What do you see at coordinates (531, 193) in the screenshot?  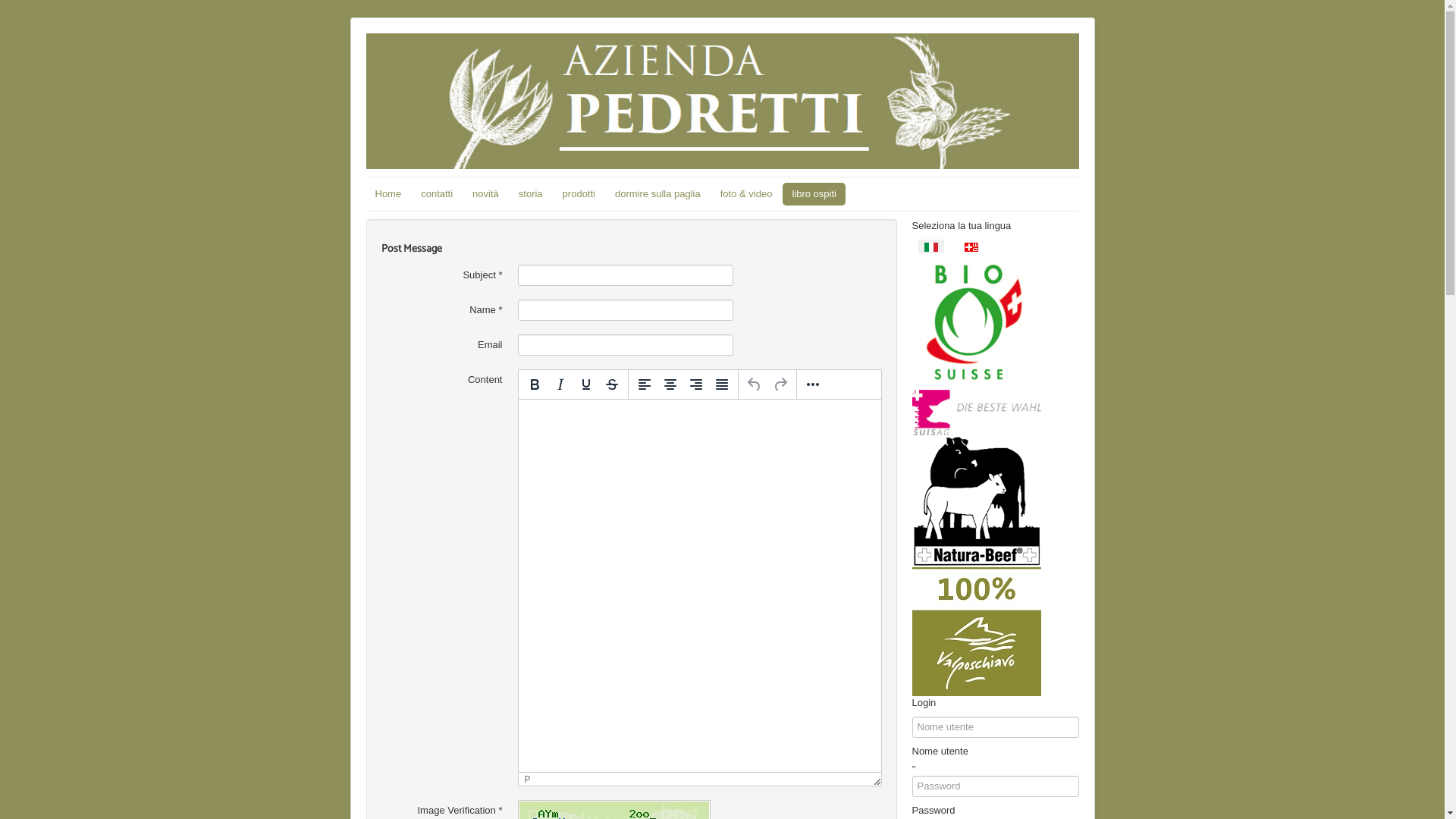 I see `'storia'` at bounding box center [531, 193].